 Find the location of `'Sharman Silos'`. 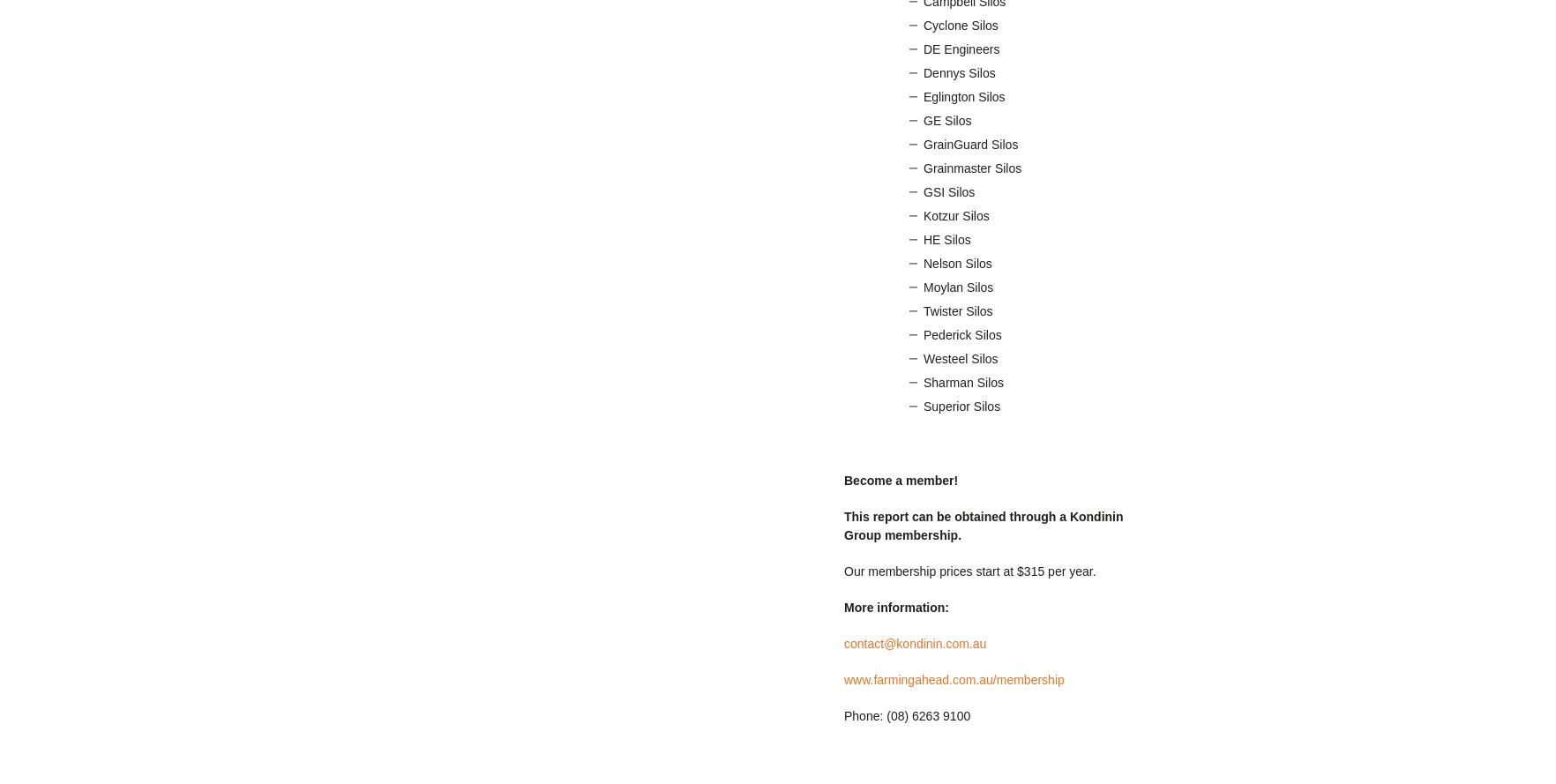

'Sharman Silos' is located at coordinates (963, 383).